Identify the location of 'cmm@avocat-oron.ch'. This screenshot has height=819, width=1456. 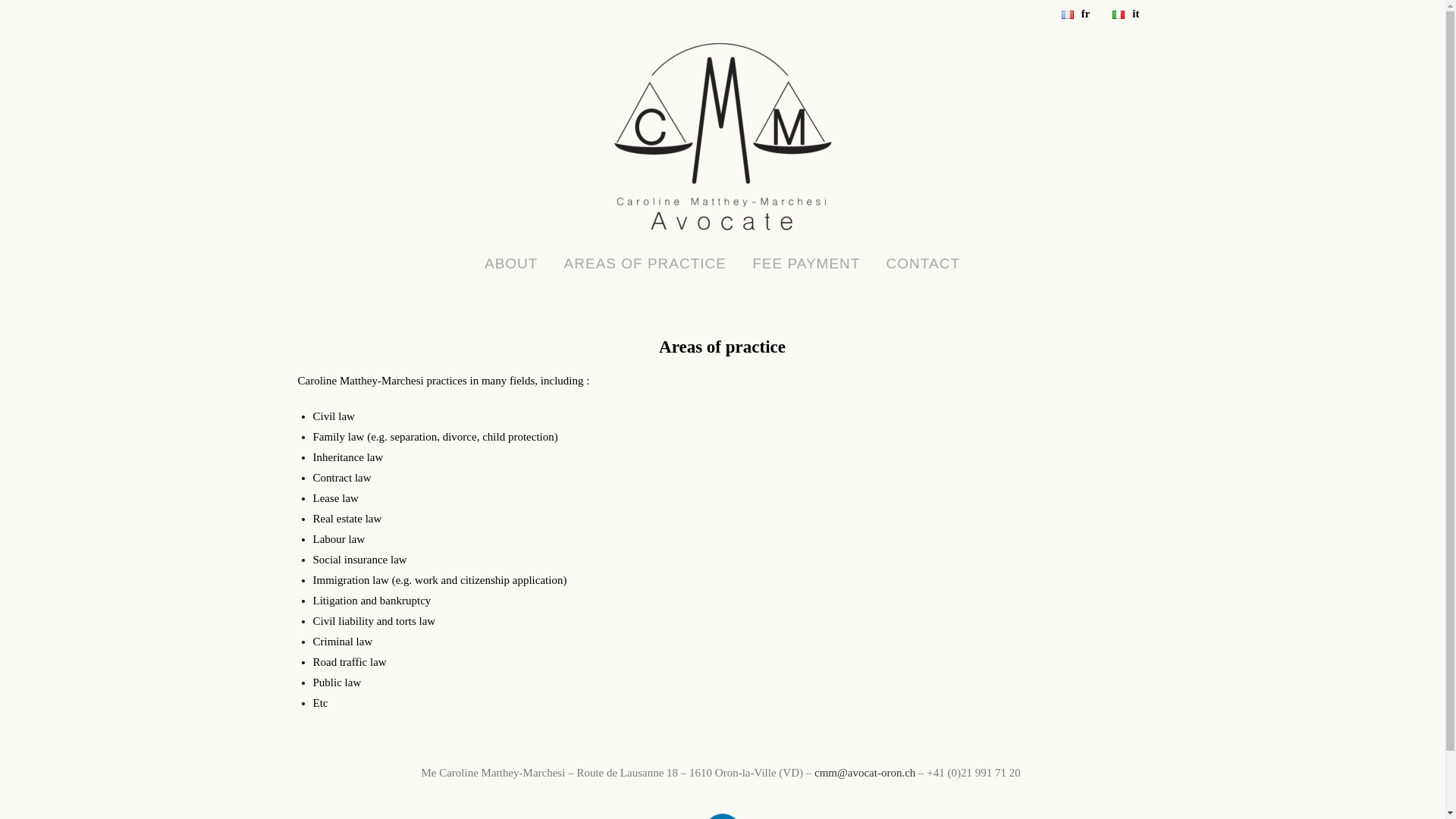
(864, 772).